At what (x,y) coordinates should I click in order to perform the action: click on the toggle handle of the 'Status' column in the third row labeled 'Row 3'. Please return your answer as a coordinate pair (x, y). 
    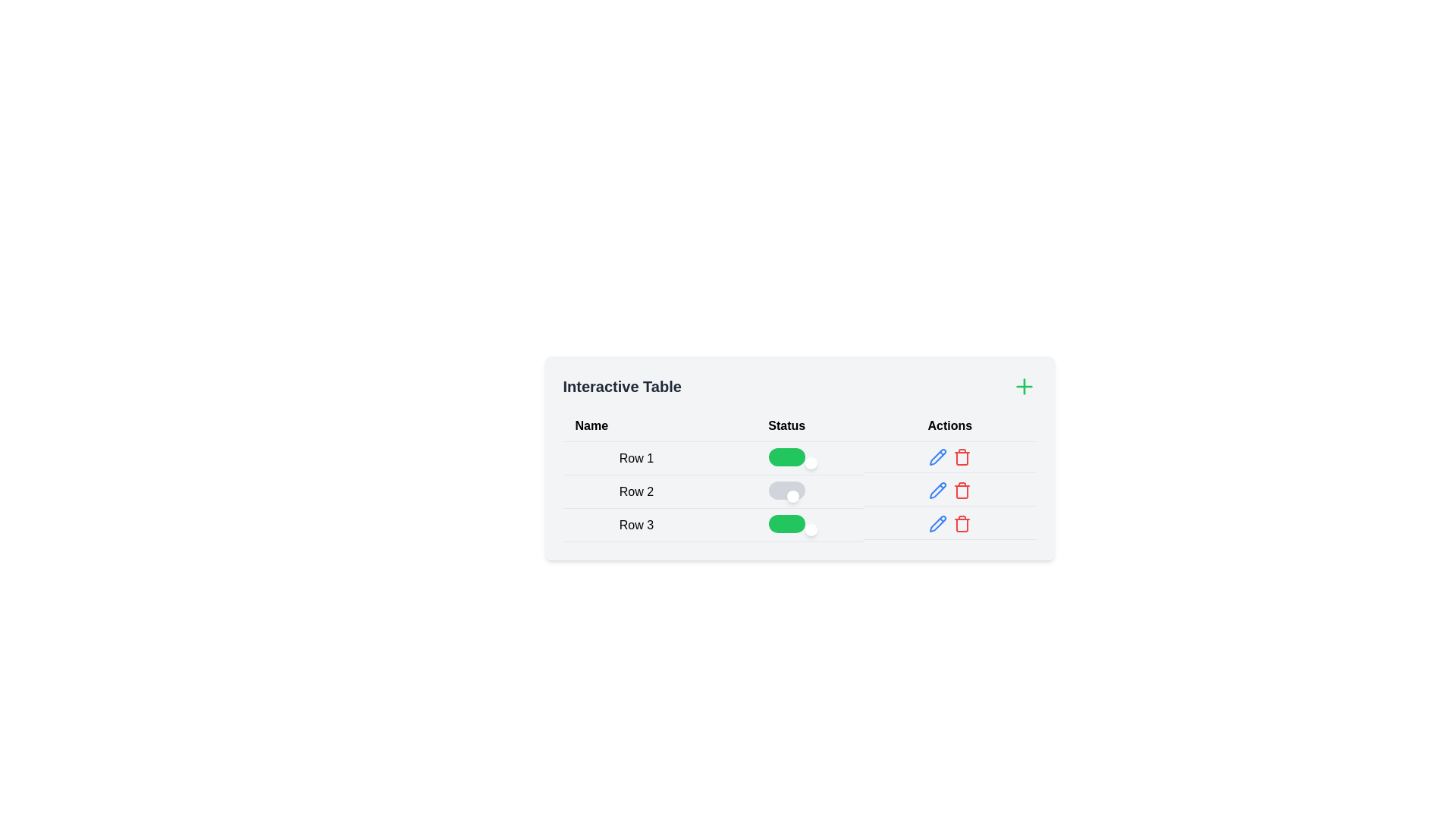
    Looking at the image, I should click on (810, 529).